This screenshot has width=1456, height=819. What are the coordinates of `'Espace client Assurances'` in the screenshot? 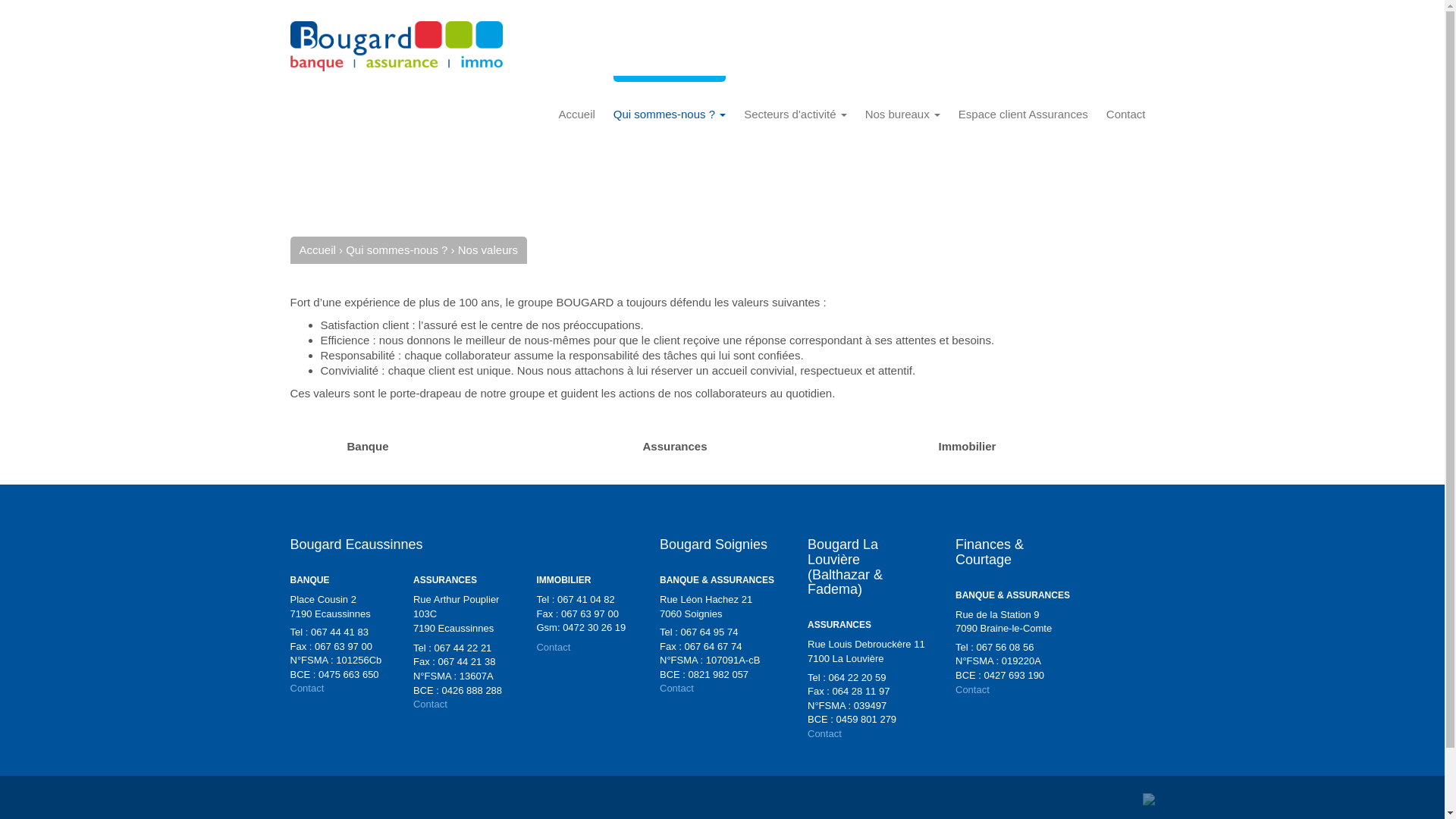 It's located at (1023, 113).